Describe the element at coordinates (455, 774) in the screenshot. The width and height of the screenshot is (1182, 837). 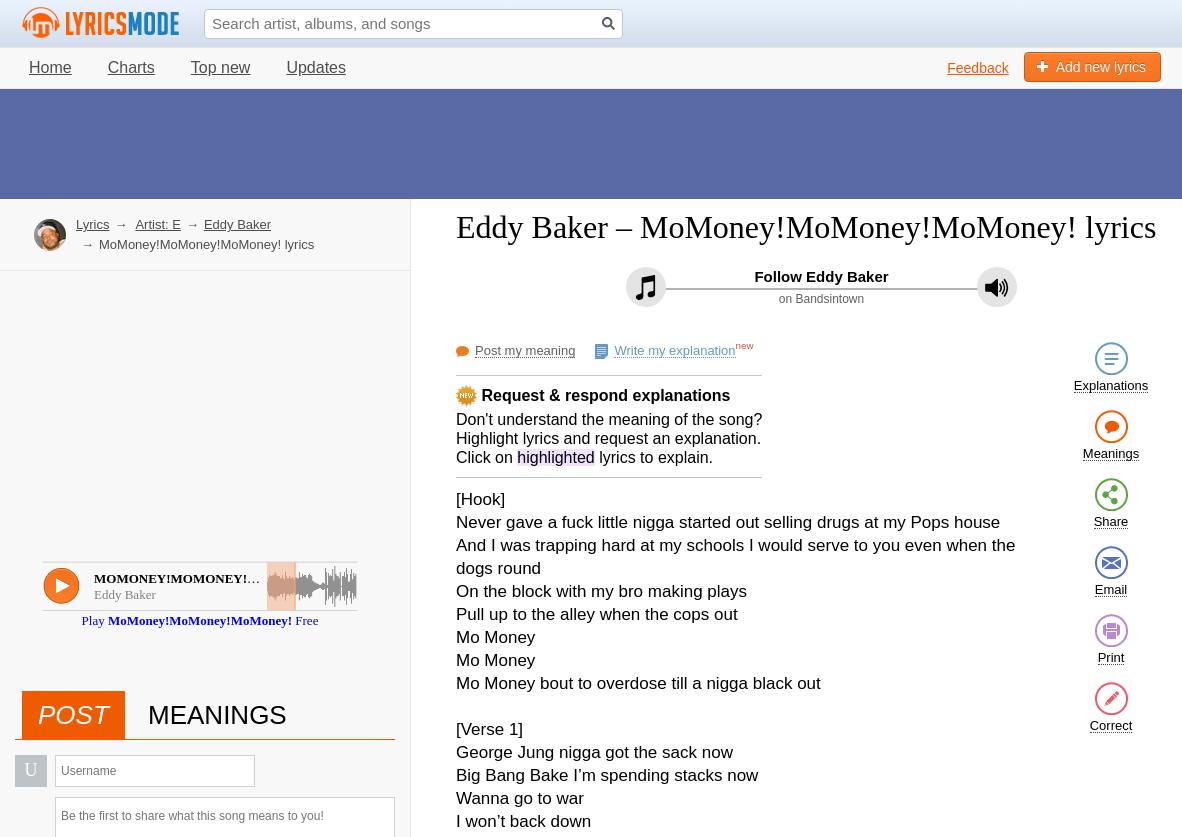
I see `'Big Bang Bake I’m spending stacks now'` at that location.